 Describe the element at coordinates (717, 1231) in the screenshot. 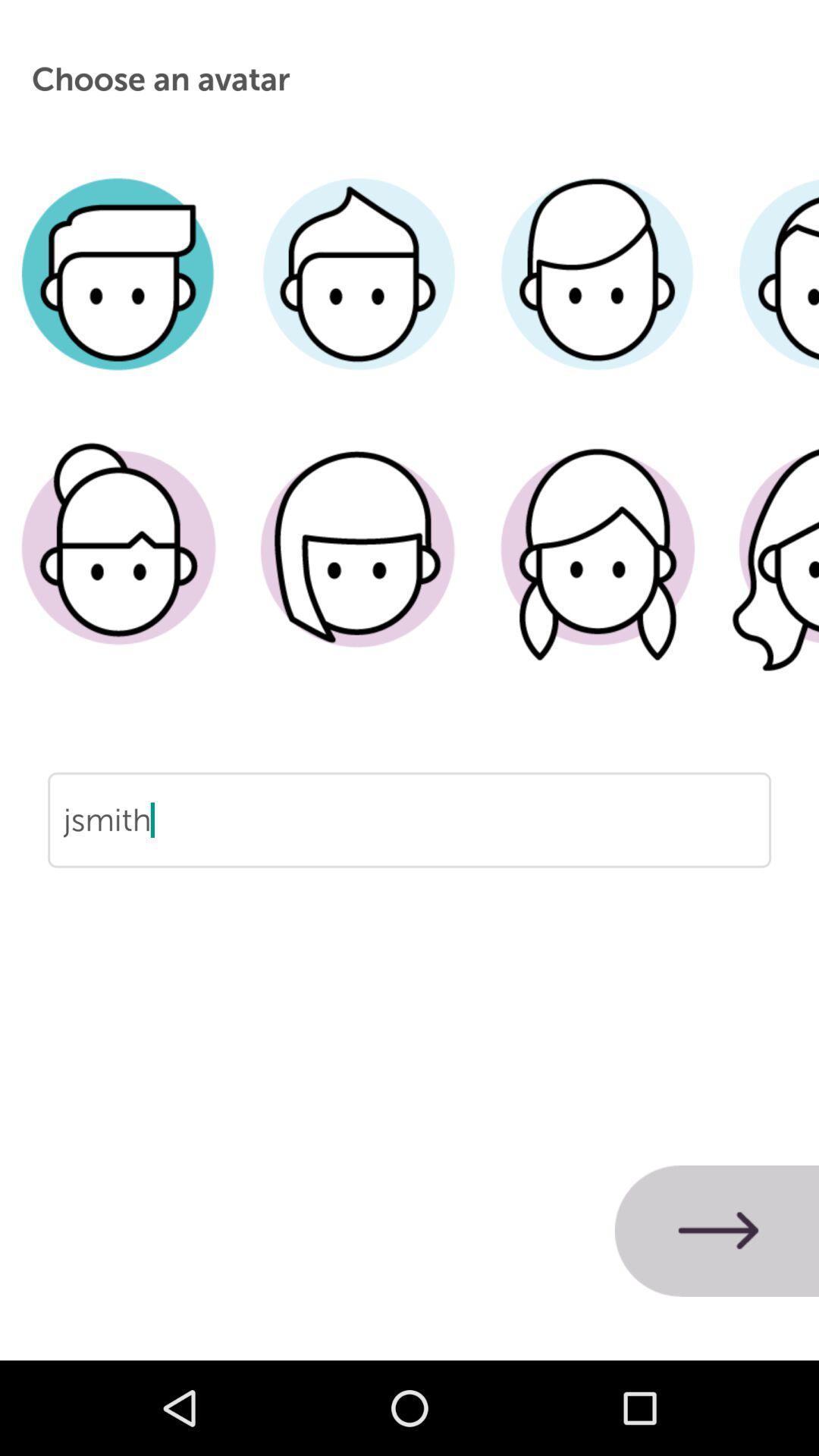

I see `go next` at that location.